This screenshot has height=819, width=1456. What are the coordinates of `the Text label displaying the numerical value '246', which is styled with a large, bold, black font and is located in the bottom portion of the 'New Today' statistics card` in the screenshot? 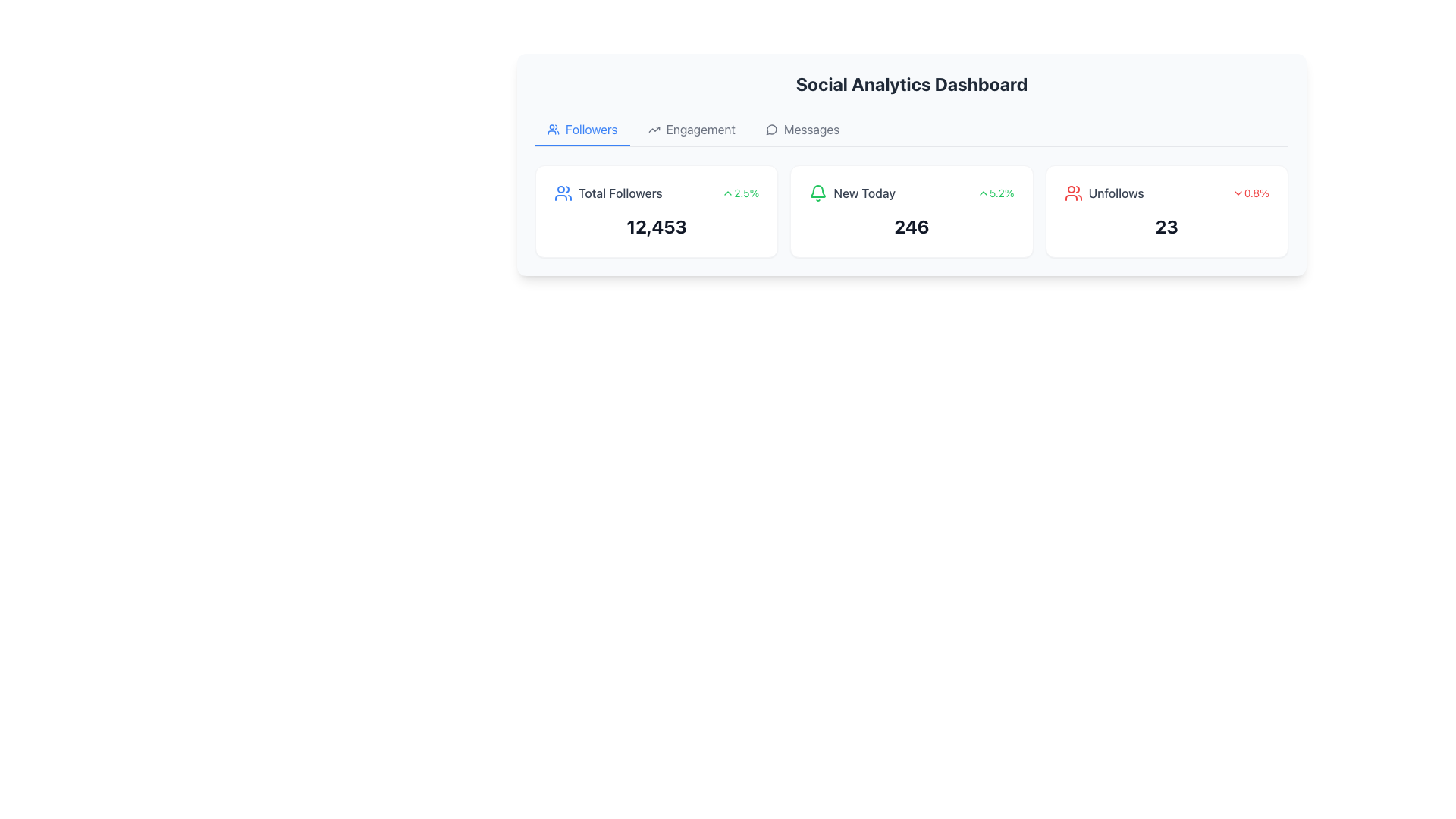 It's located at (911, 227).